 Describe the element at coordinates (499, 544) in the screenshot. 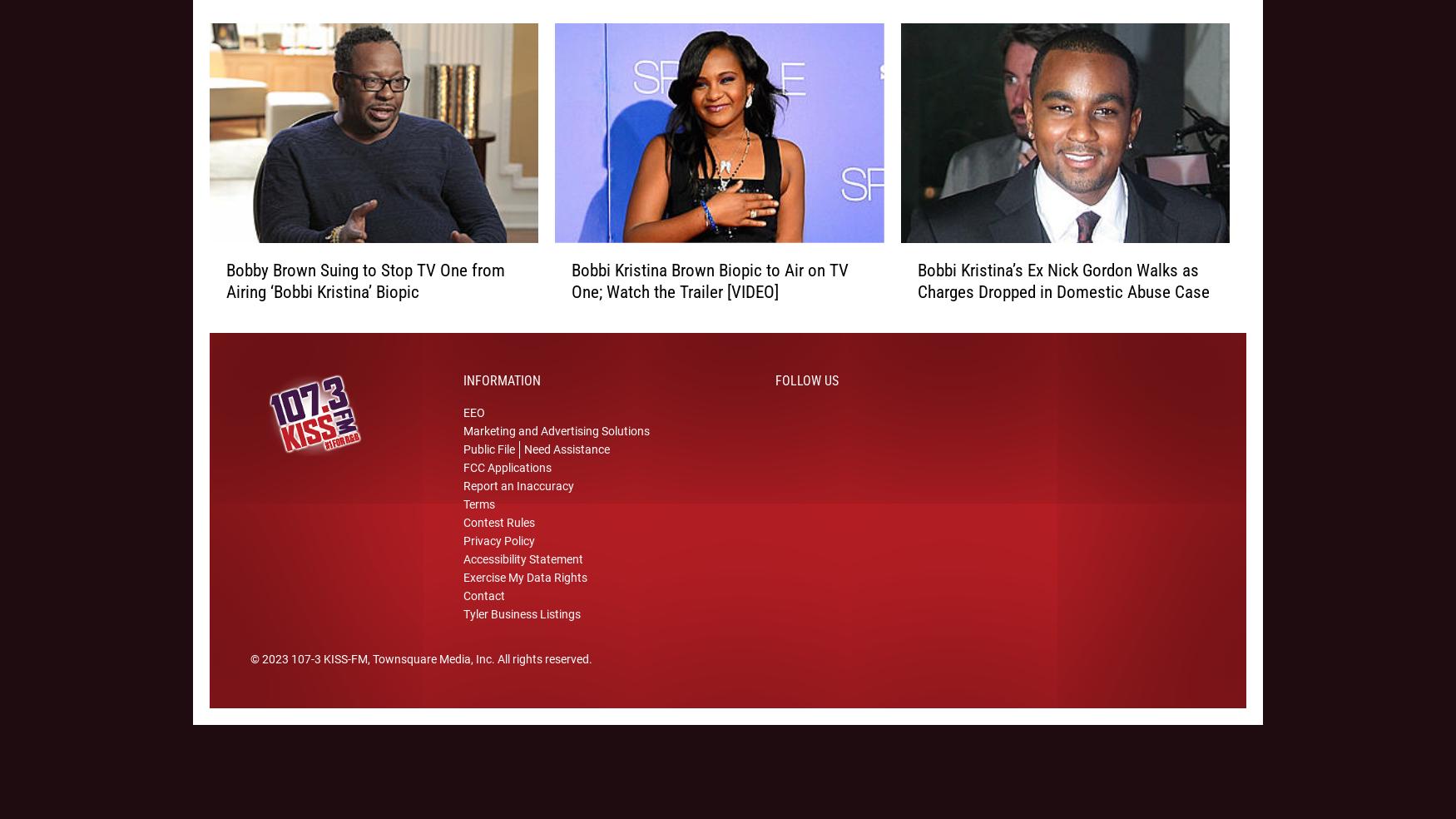

I see `'Contest Rules'` at that location.